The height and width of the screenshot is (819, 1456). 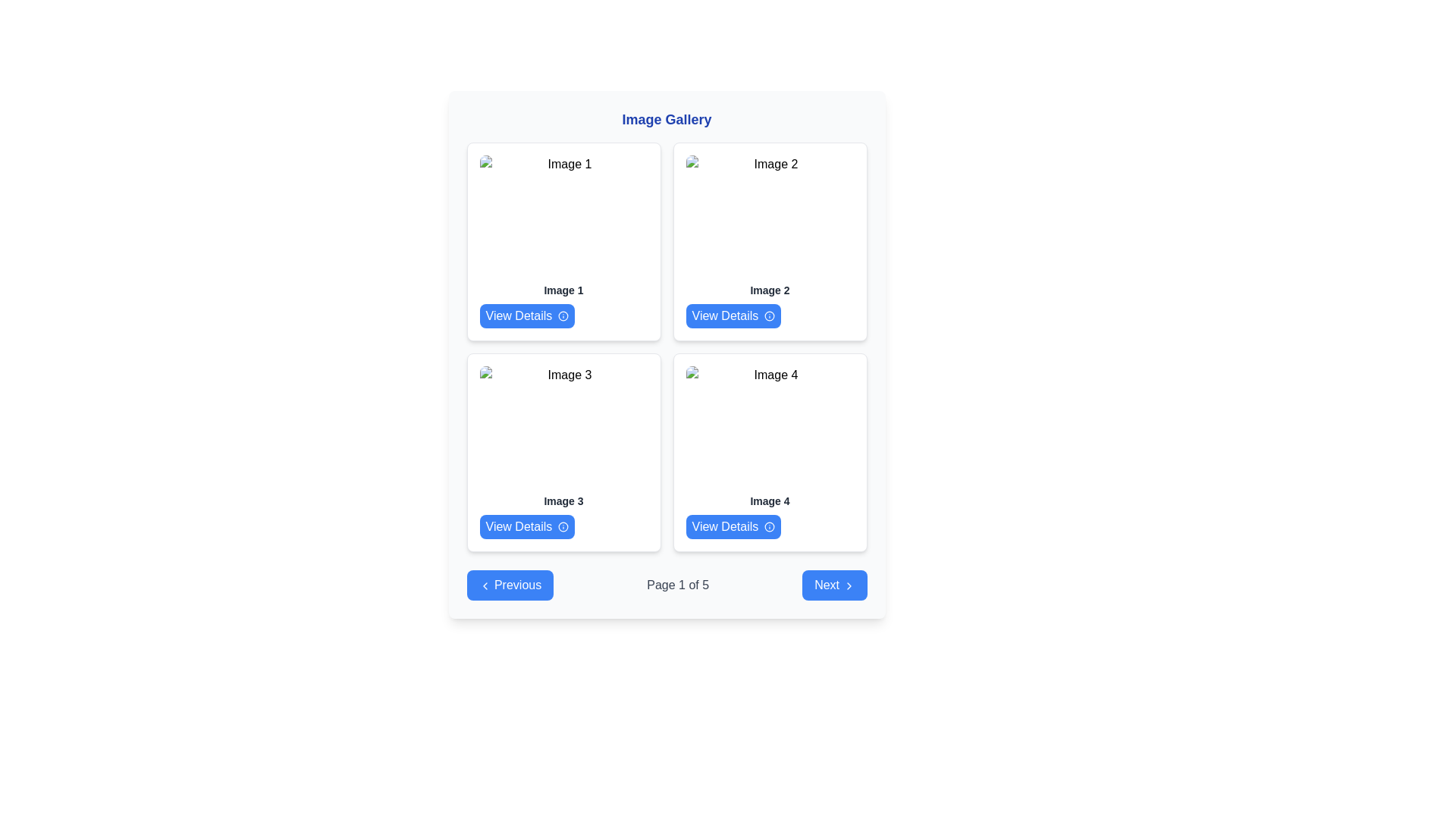 I want to click on the label element located in the top-left card of a 2x2 grid layout, which serves as a title for the image above it, so click(x=563, y=290).